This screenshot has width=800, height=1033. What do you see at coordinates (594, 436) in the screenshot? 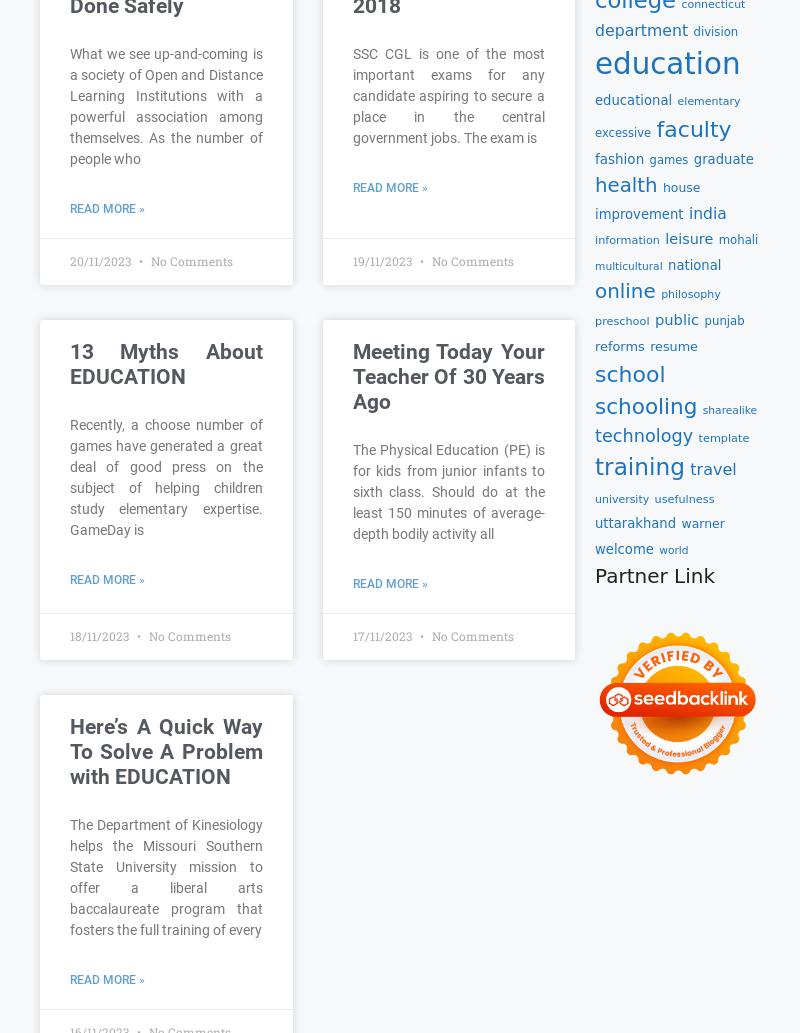
I see `'technology'` at bounding box center [594, 436].